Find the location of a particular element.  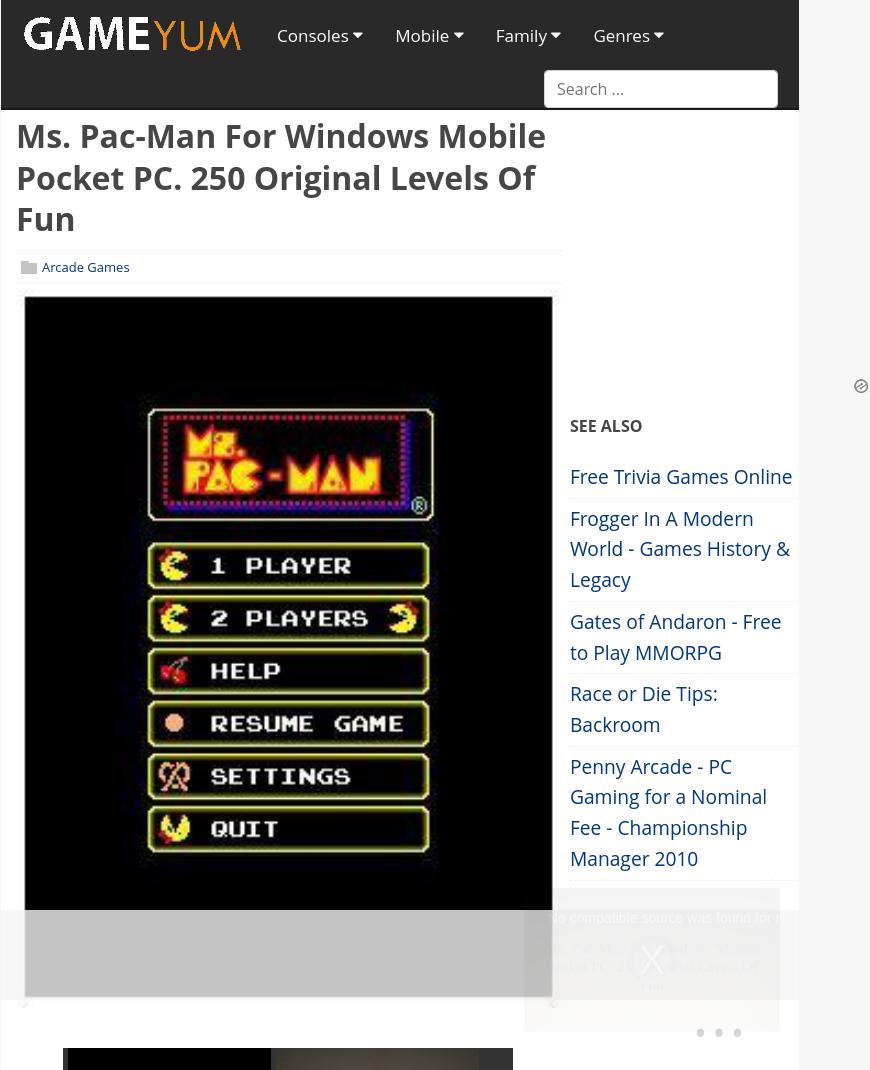

'Frogger In A Modern World - Games History & Legacy' is located at coordinates (679, 547).